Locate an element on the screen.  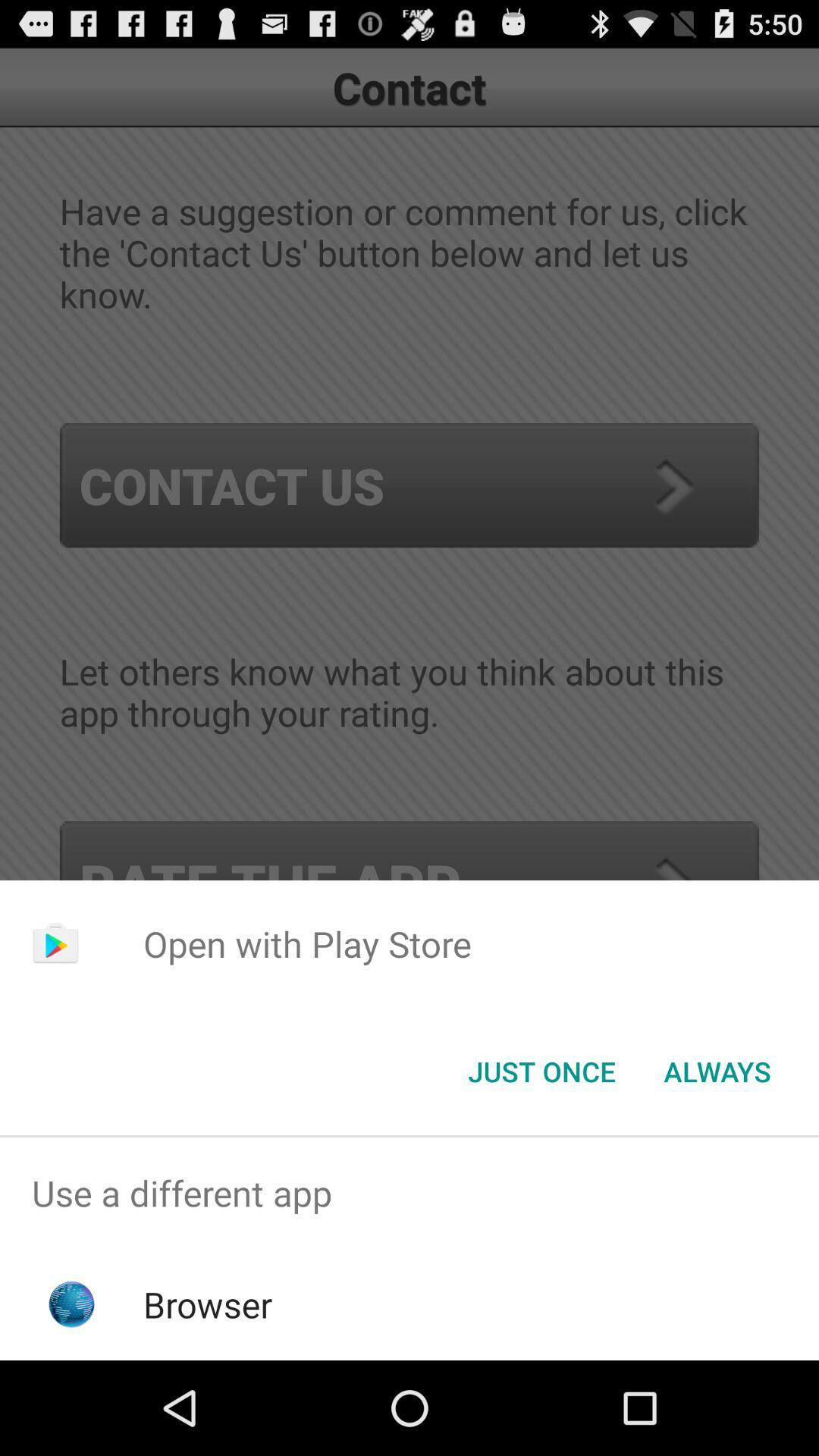
the browser item is located at coordinates (208, 1304).